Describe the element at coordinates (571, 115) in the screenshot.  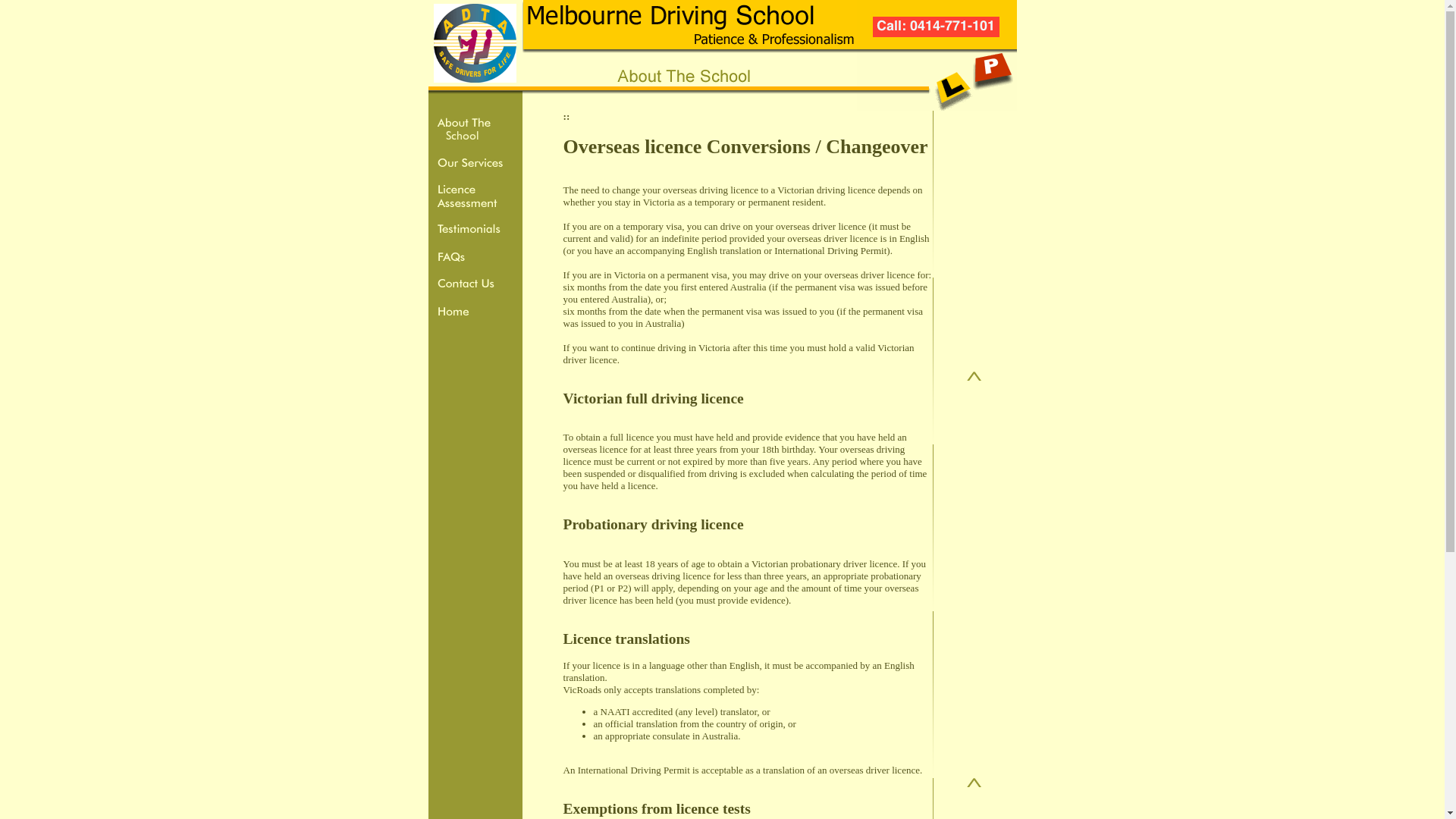
I see `'  '` at that location.